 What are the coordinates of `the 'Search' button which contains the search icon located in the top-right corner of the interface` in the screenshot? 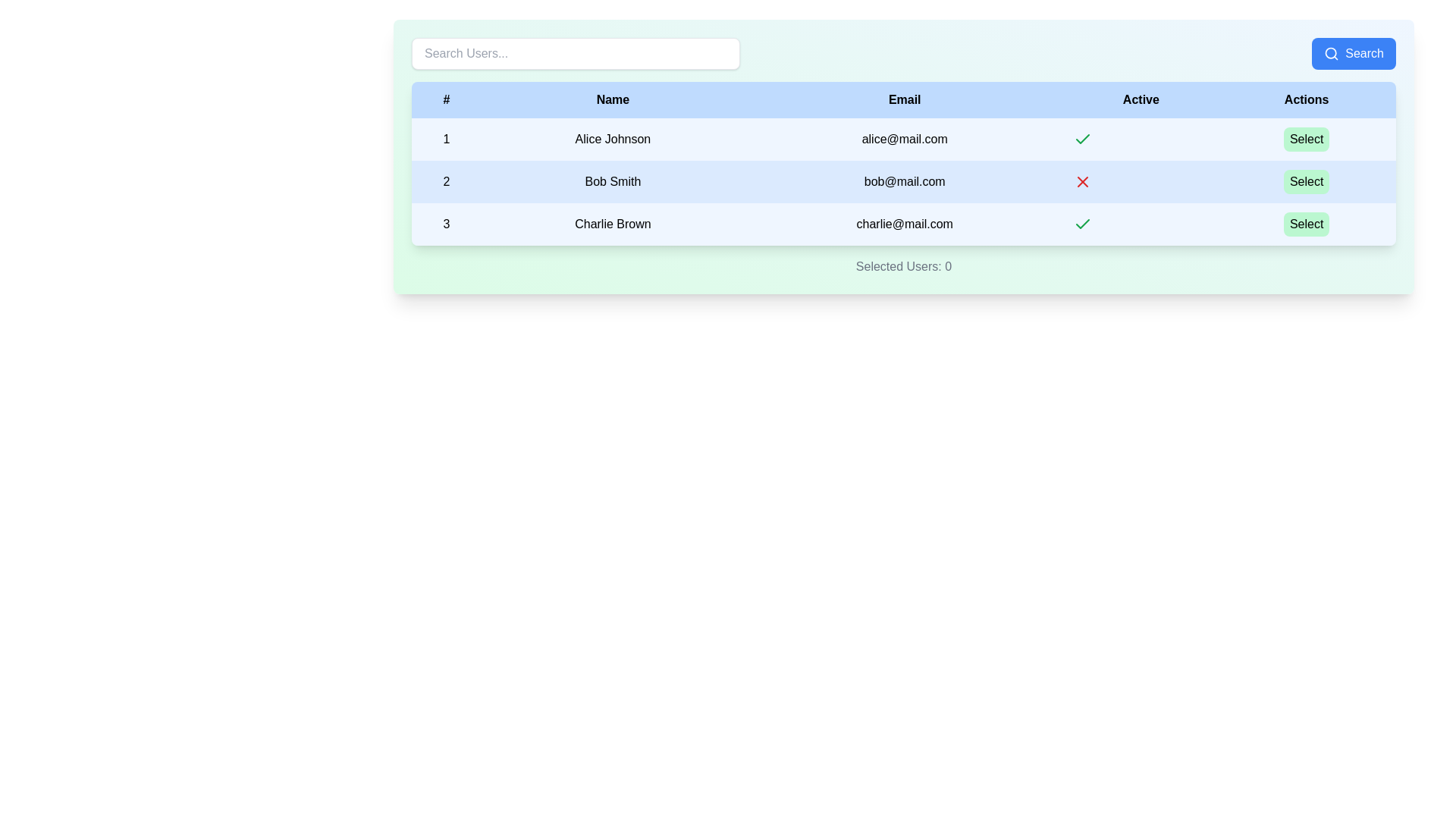 It's located at (1331, 52).